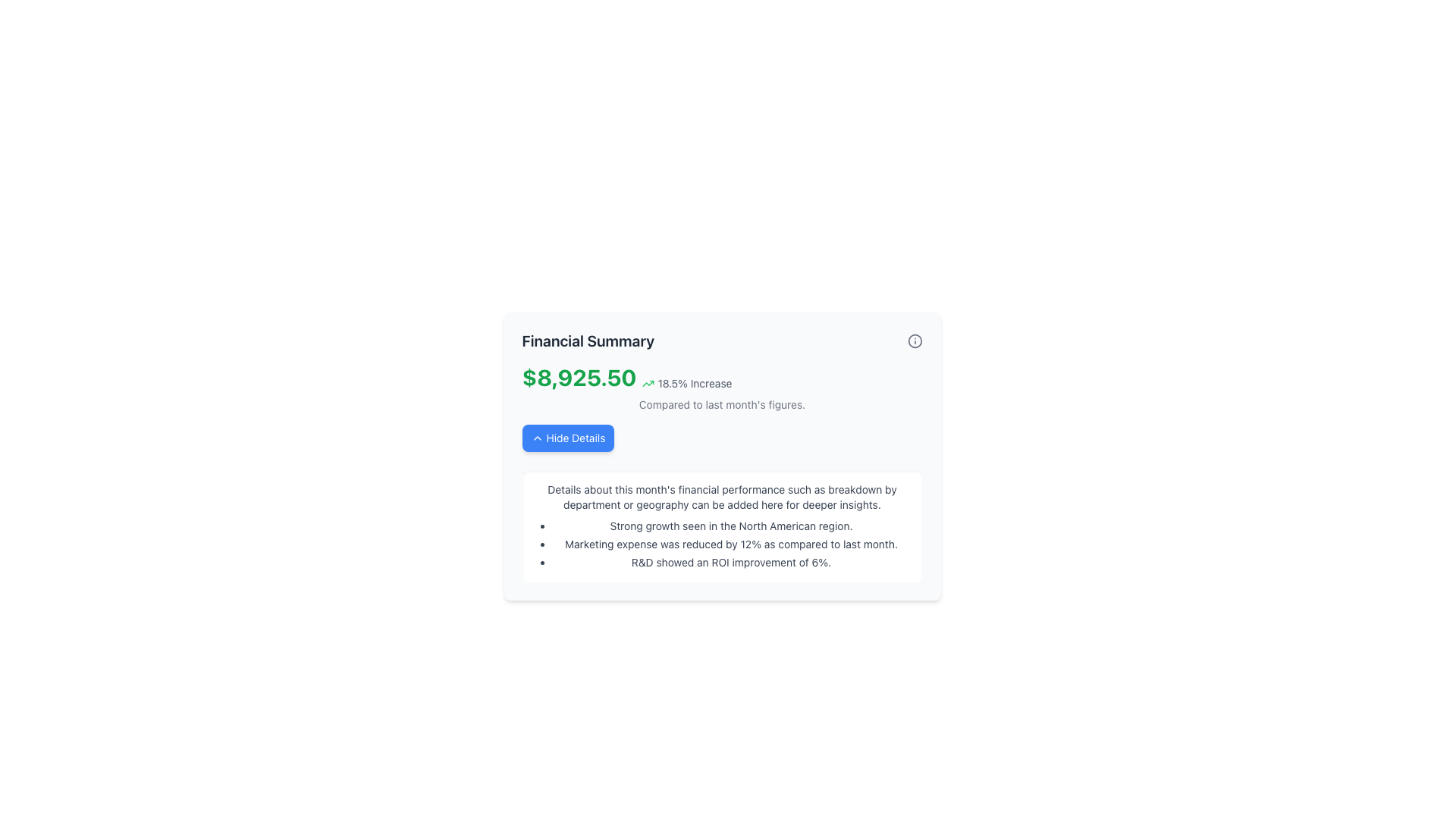 The height and width of the screenshot is (819, 1456). What do you see at coordinates (914, 341) in the screenshot?
I see `attributes of the circular outline element within the SVG layout located in the top right corner of the 'Financial Summary' box` at bounding box center [914, 341].